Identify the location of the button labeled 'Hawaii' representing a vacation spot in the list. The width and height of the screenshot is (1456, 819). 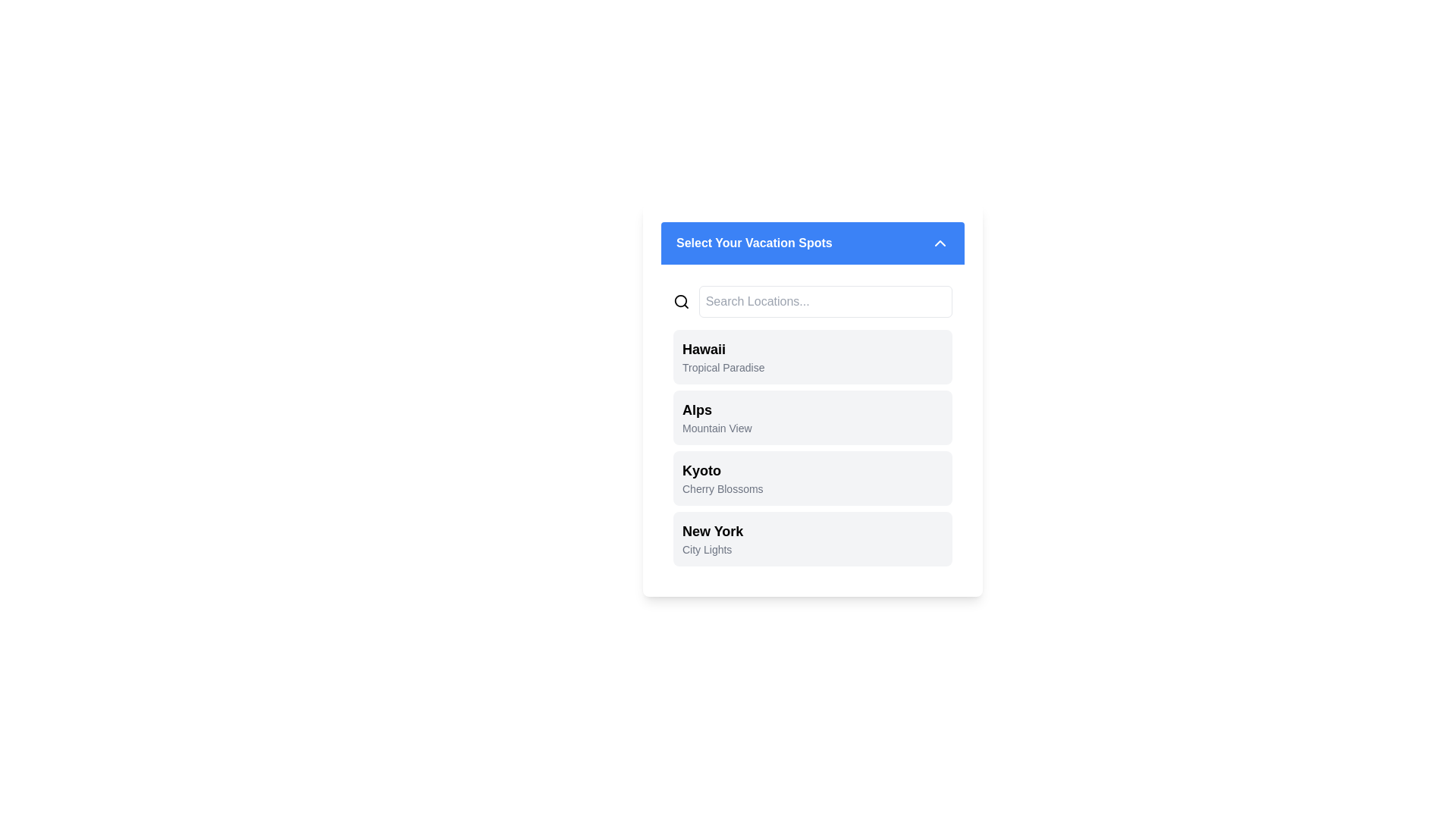
(811, 356).